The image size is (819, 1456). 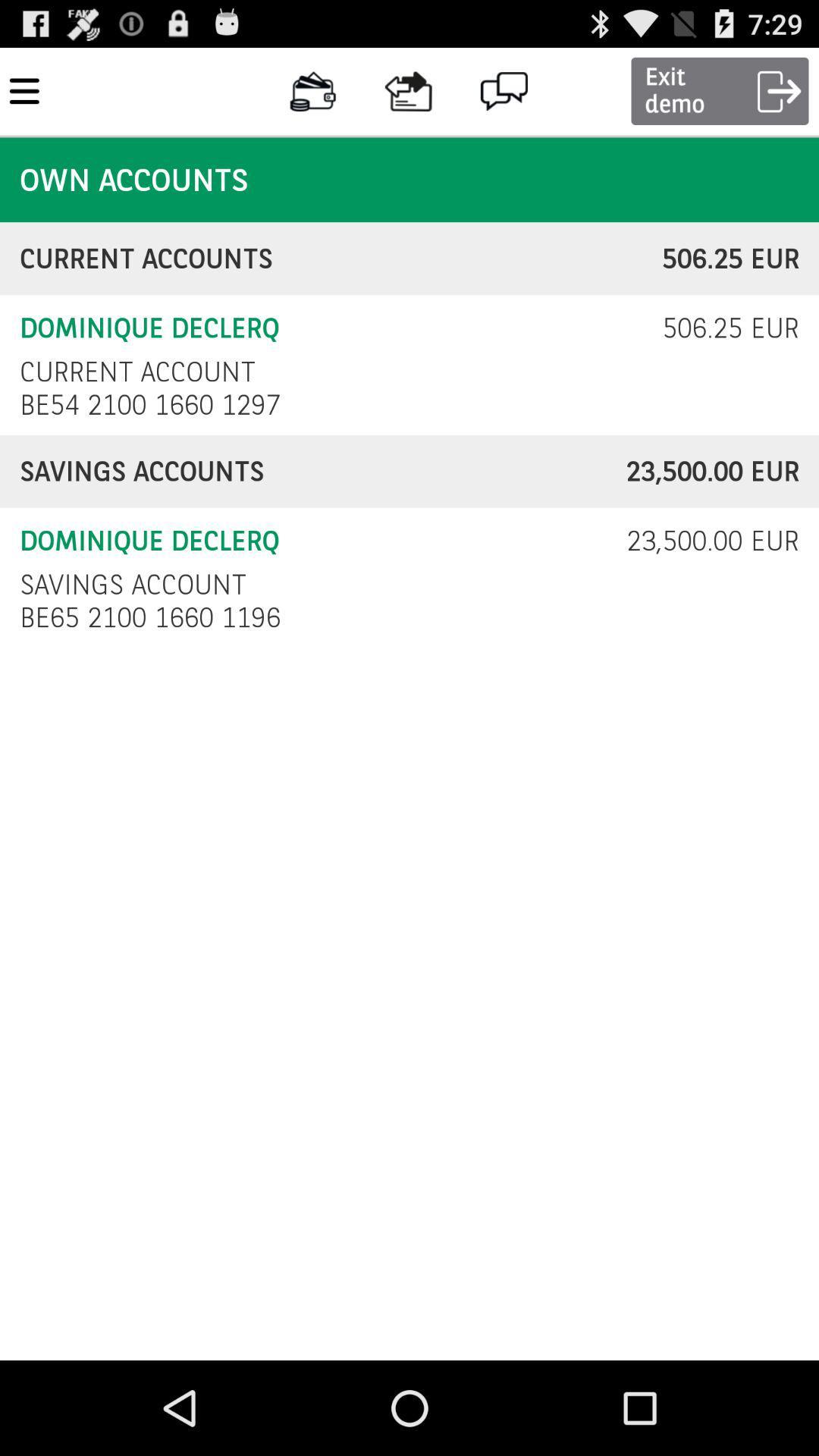 What do you see at coordinates (154, 404) in the screenshot?
I see `the be54 2100 1660 icon` at bounding box center [154, 404].